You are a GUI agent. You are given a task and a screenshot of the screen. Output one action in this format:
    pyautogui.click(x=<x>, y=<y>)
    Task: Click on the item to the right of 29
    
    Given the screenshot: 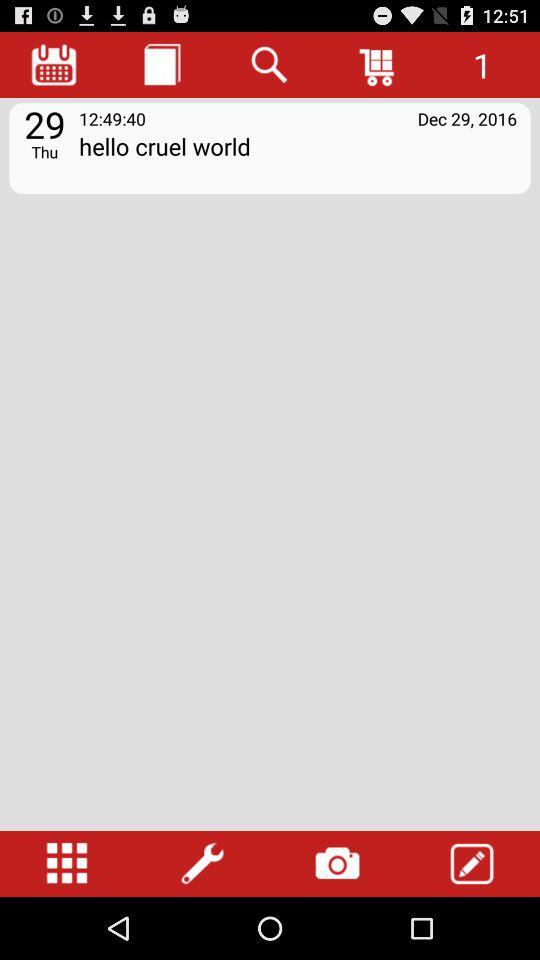 What is the action you would take?
    pyautogui.click(x=112, y=118)
    